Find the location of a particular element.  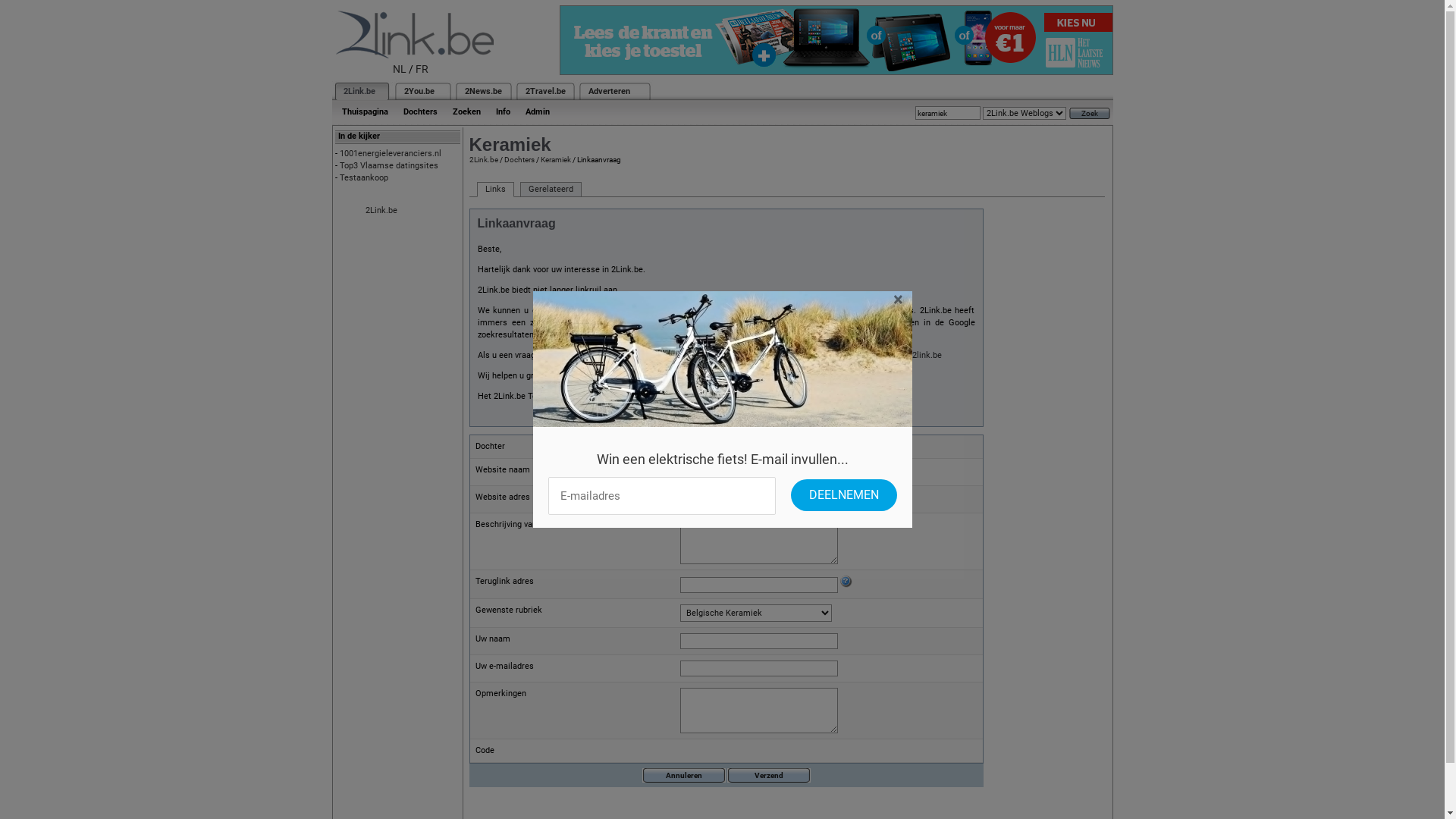

'Adverteren' is located at coordinates (609, 91).